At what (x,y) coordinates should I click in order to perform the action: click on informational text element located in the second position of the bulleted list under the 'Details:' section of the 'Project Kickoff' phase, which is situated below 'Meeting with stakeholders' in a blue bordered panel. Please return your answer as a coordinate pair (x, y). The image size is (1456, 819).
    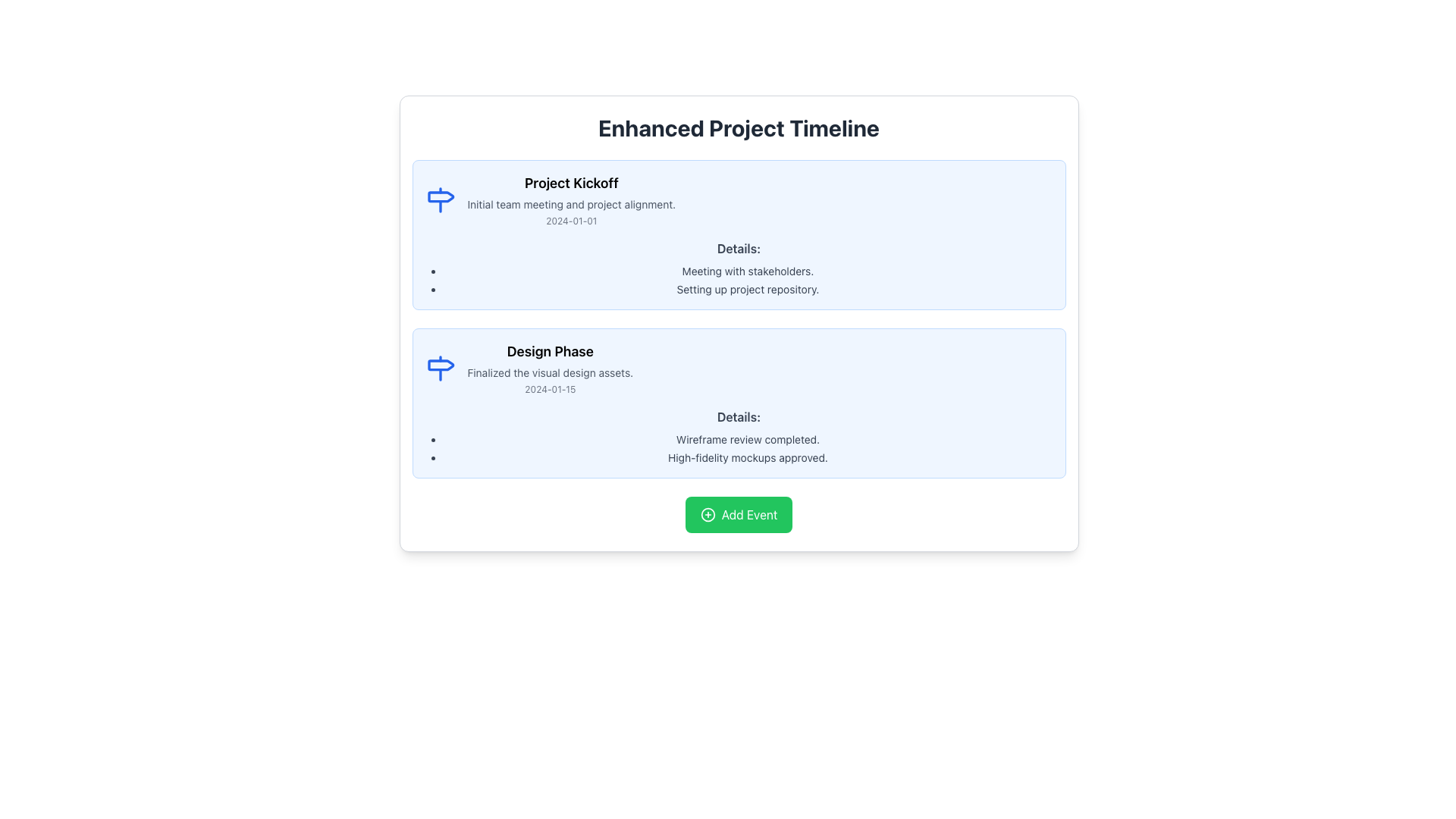
    Looking at the image, I should click on (748, 289).